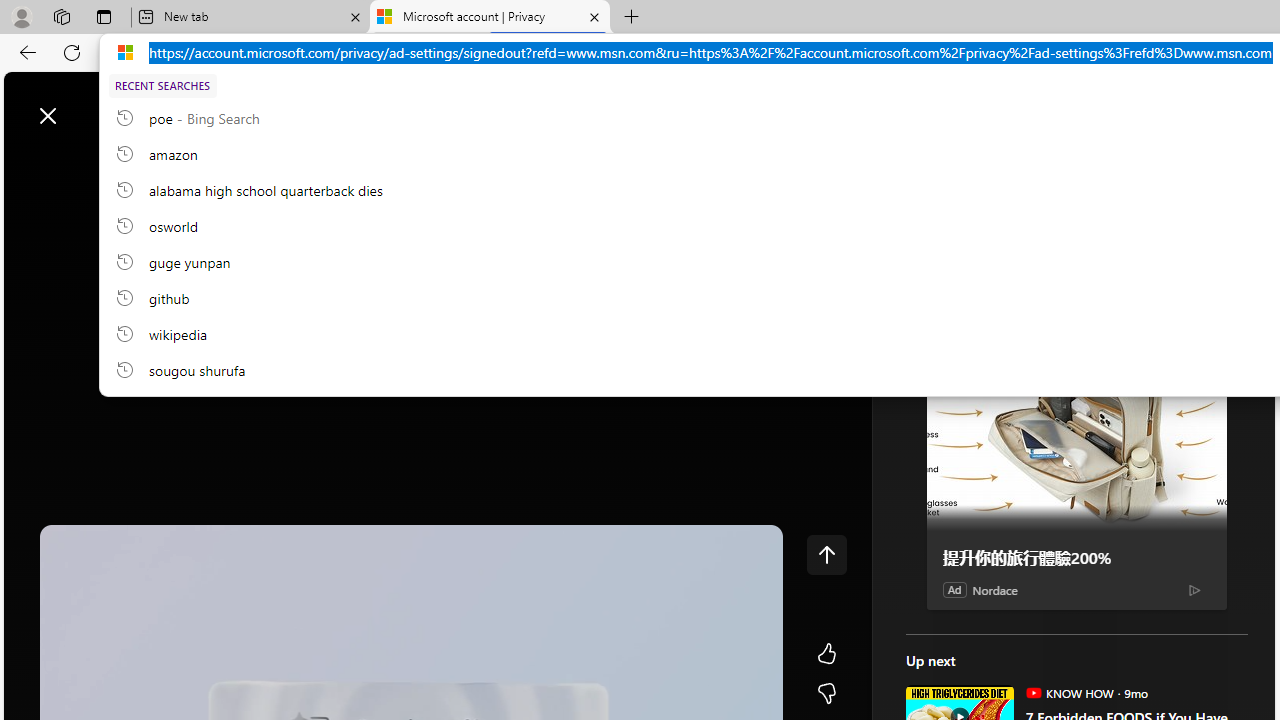  Describe the element at coordinates (29, 162) in the screenshot. I see `'Open navigation menu'` at that location.